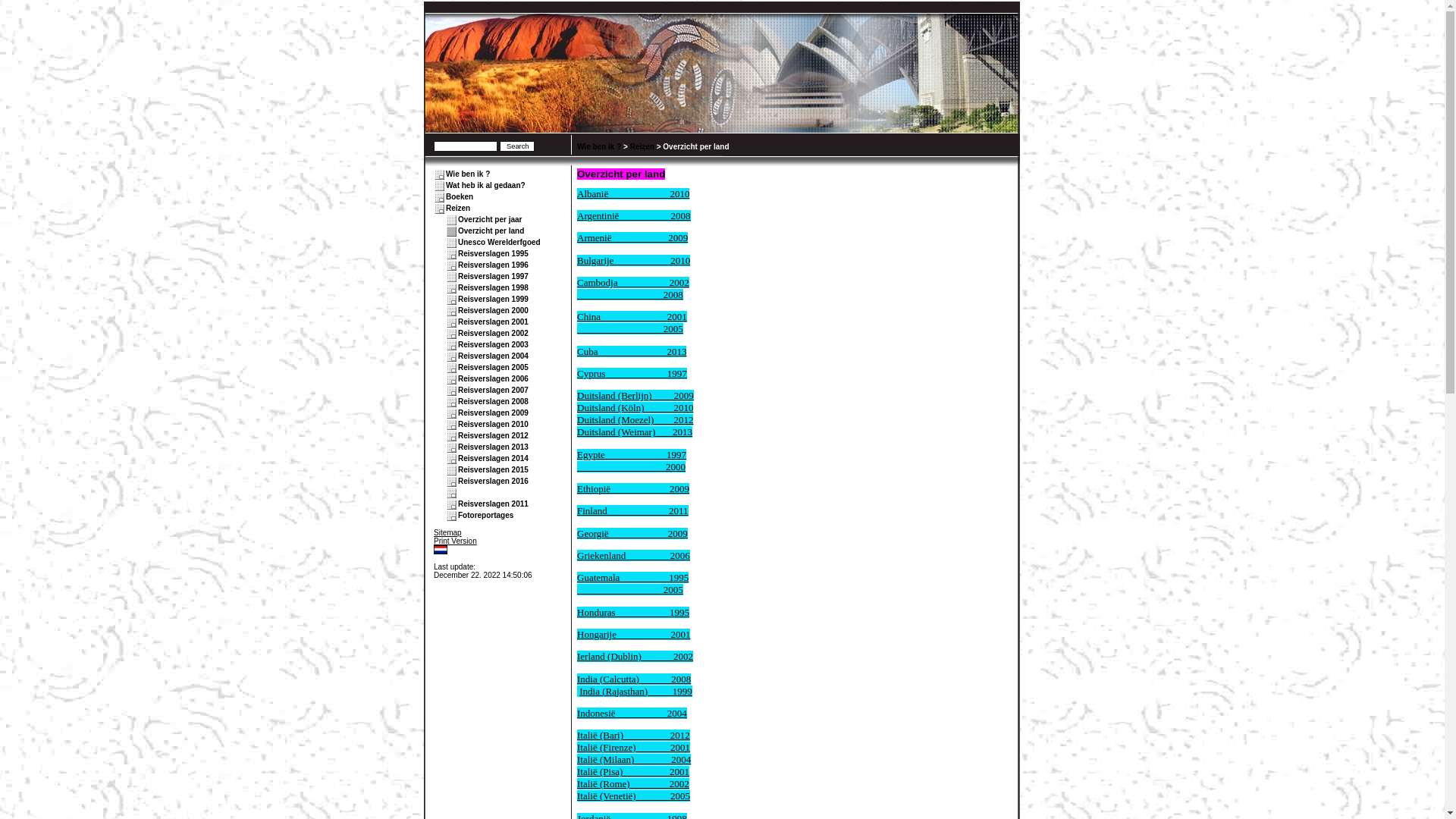  I want to click on 'Reisverslagen 1998', so click(457, 287).